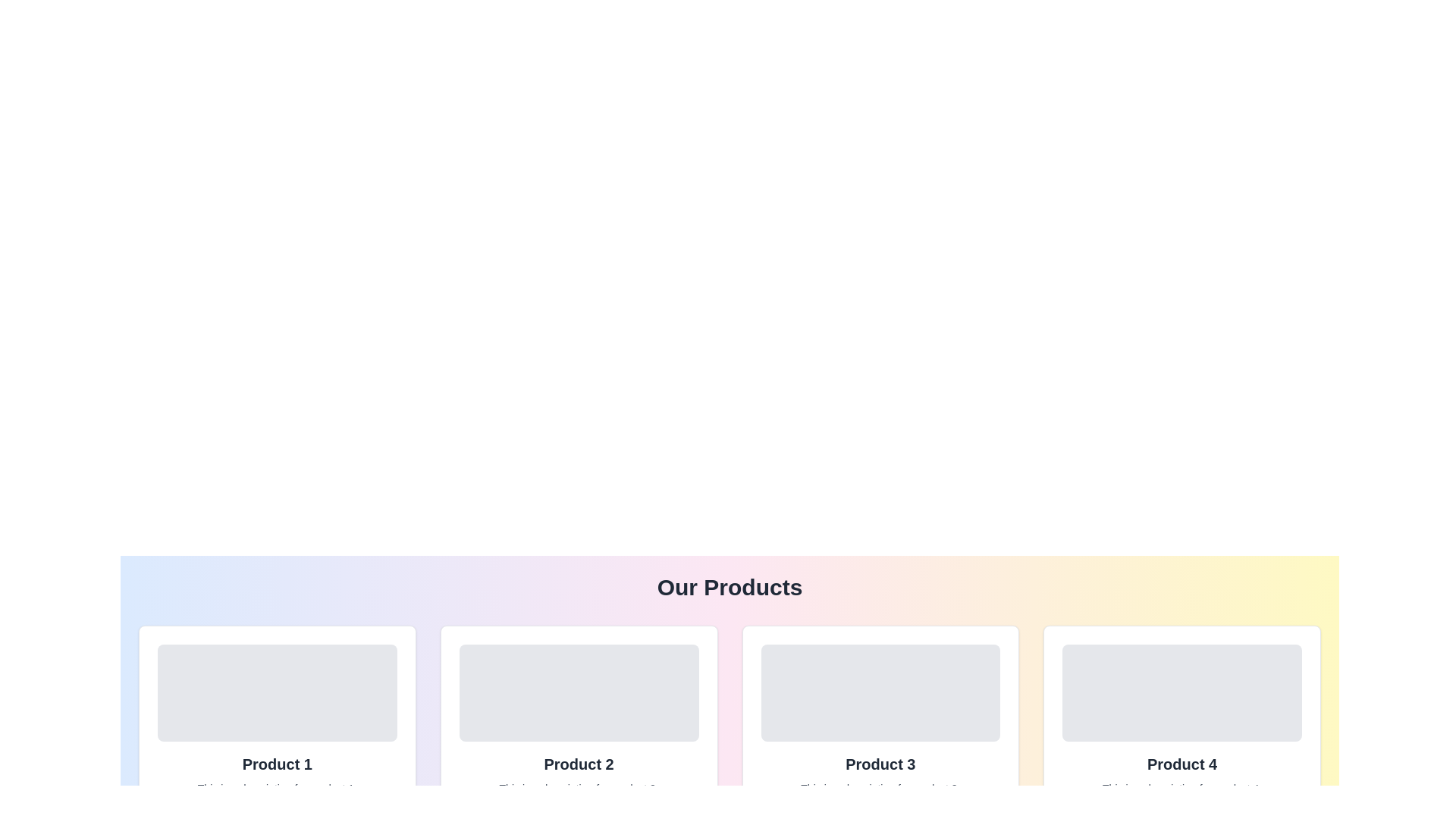 The width and height of the screenshot is (1456, 819). What do you see at coordinates (578, 693) in the screenshot?
I see `the Image Placeholder for 'Product 2', which is a horizontally rectangular element with rounded corners and a gray background, located at the top of its card layout` at bounding box center [578, 693].